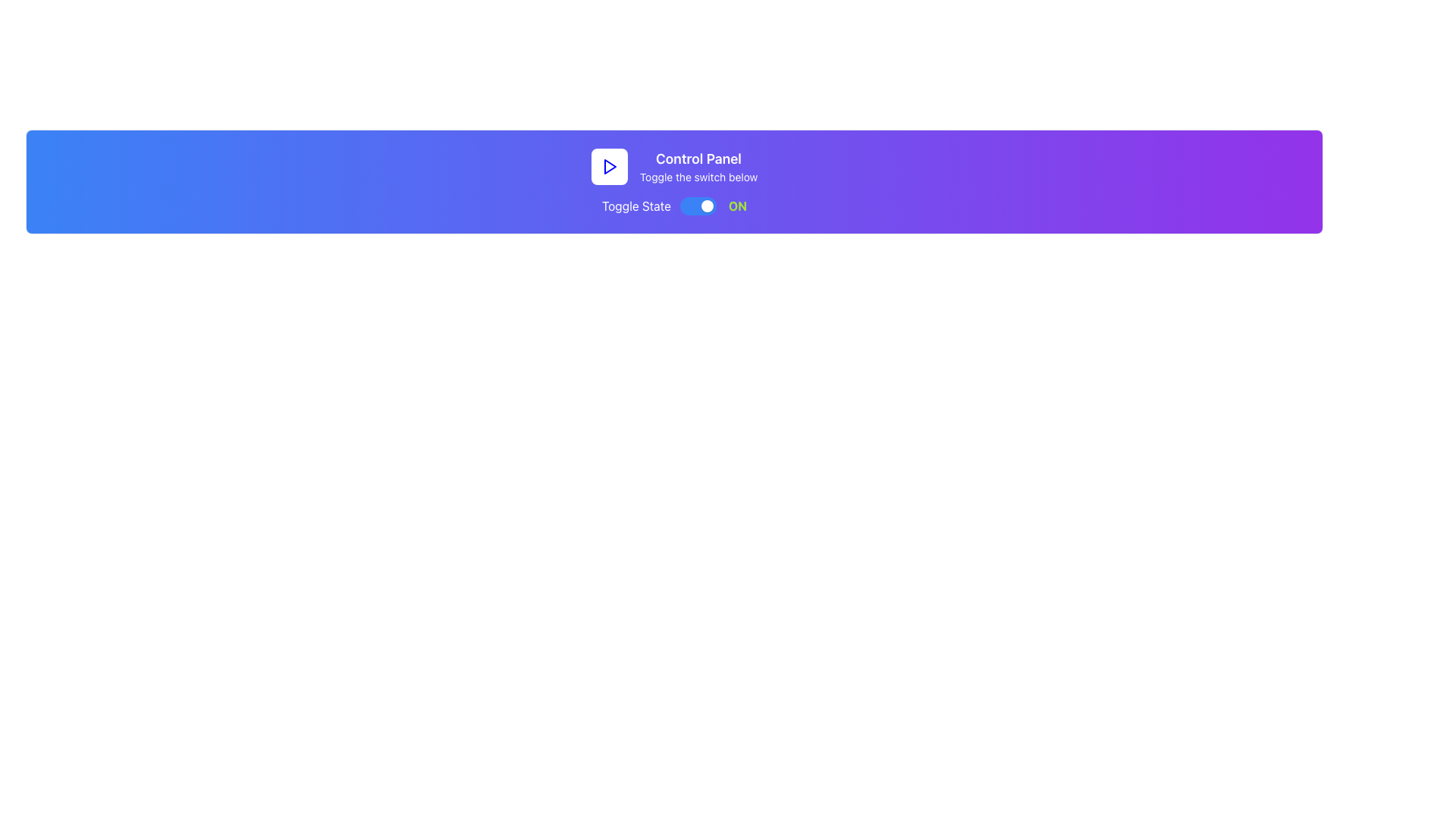  What do you see at coordinates (673, 206) in the screenshot?
I see `the Toggle switch component labeled 'Toggle State ON'` at bounding box center [673, 206].